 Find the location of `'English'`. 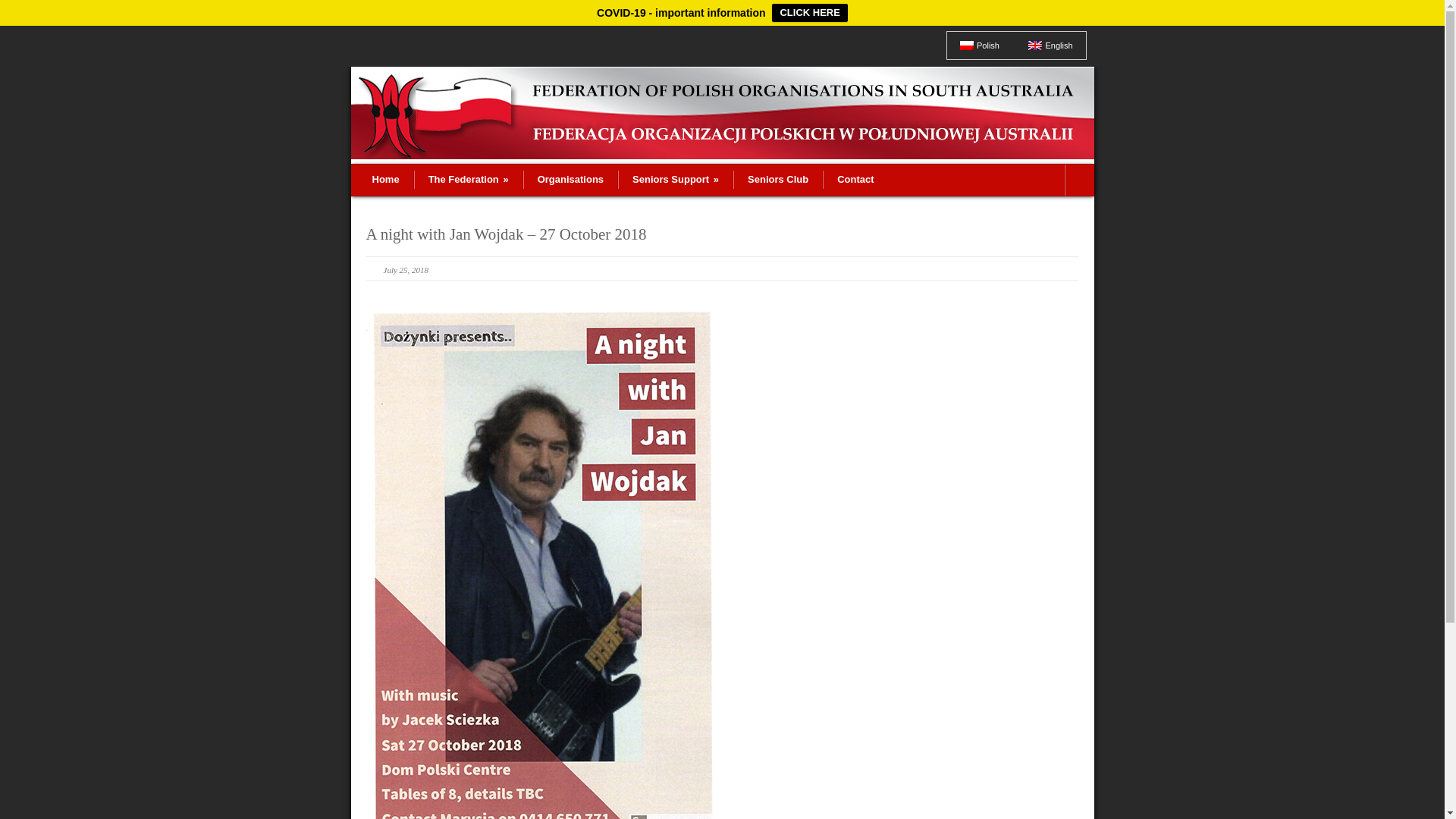

'English' is located at coordinates (1050, 45).